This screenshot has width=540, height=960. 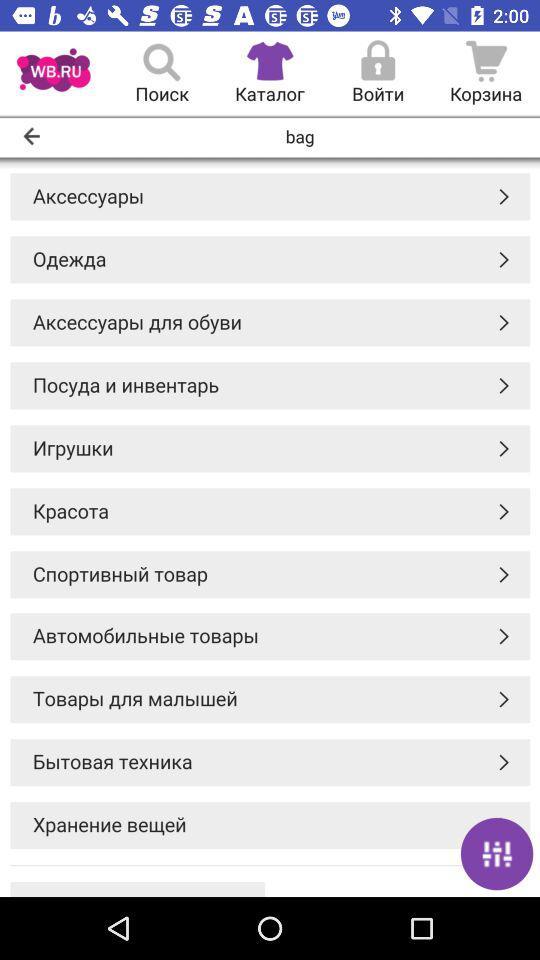 I want to click on the arrow_backward icon, so click(x=30, y=135).